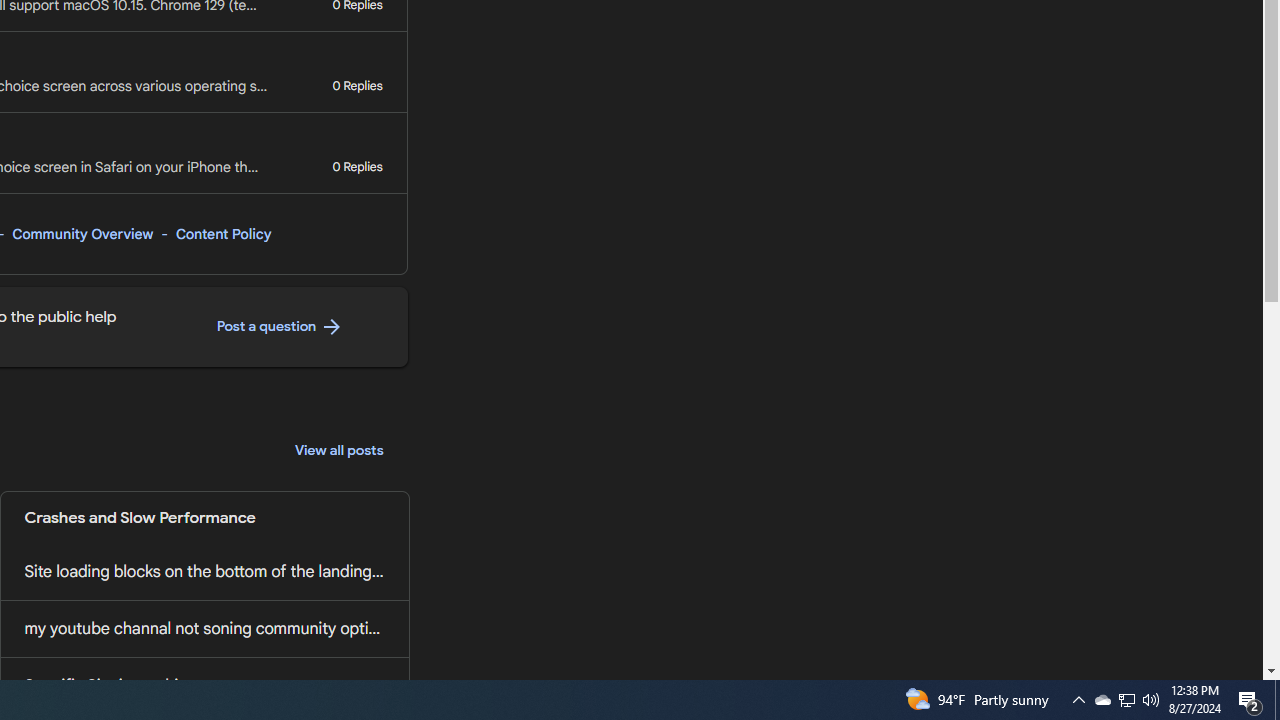 This screenshot has width=1280, height=720. I want to click on 'Post a question ', so click(279, 326).